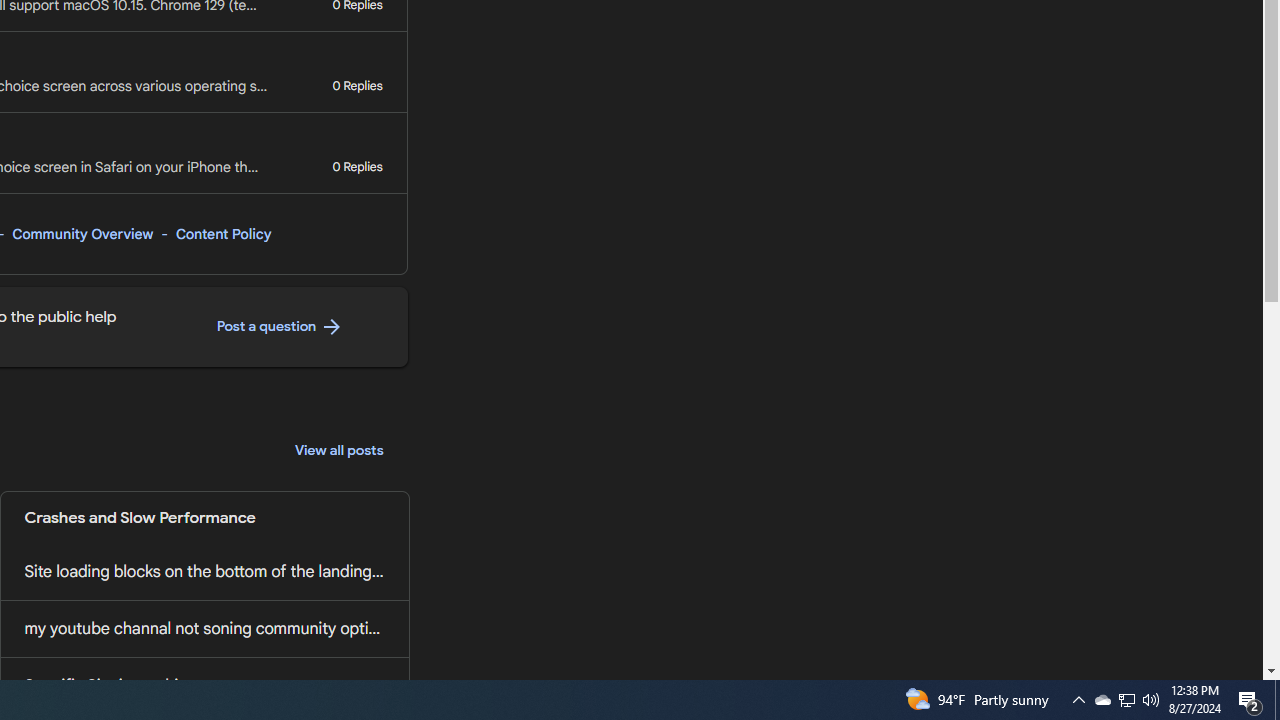 This screenshot has width=1280, height=720. I want to click on 'Post a question ', so click(279, 326).